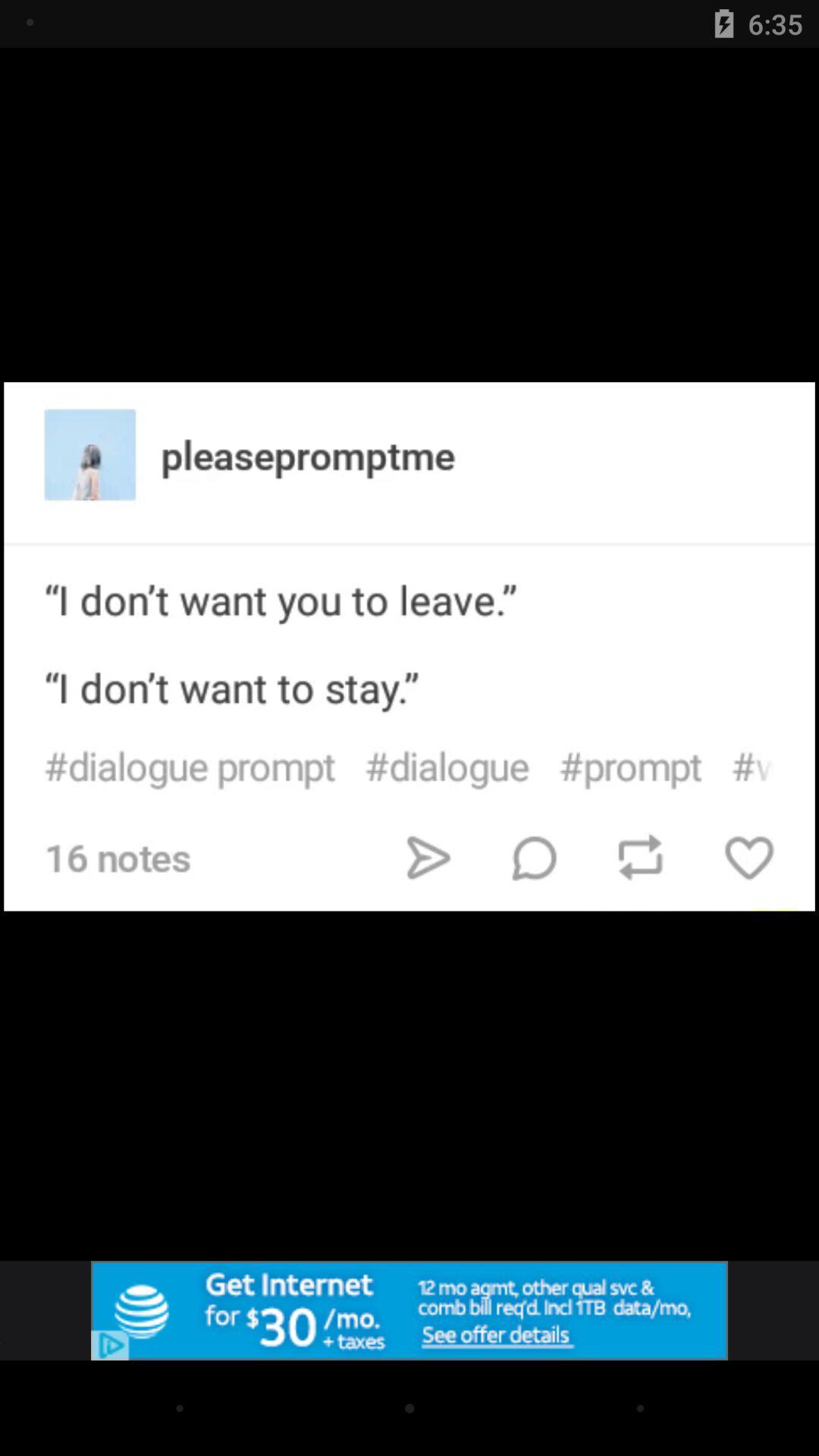 This screenshot has height=1456, width=819. Describe the element at coordinates (409, 1310) in the screenshot. I see `advertisement` at that location.